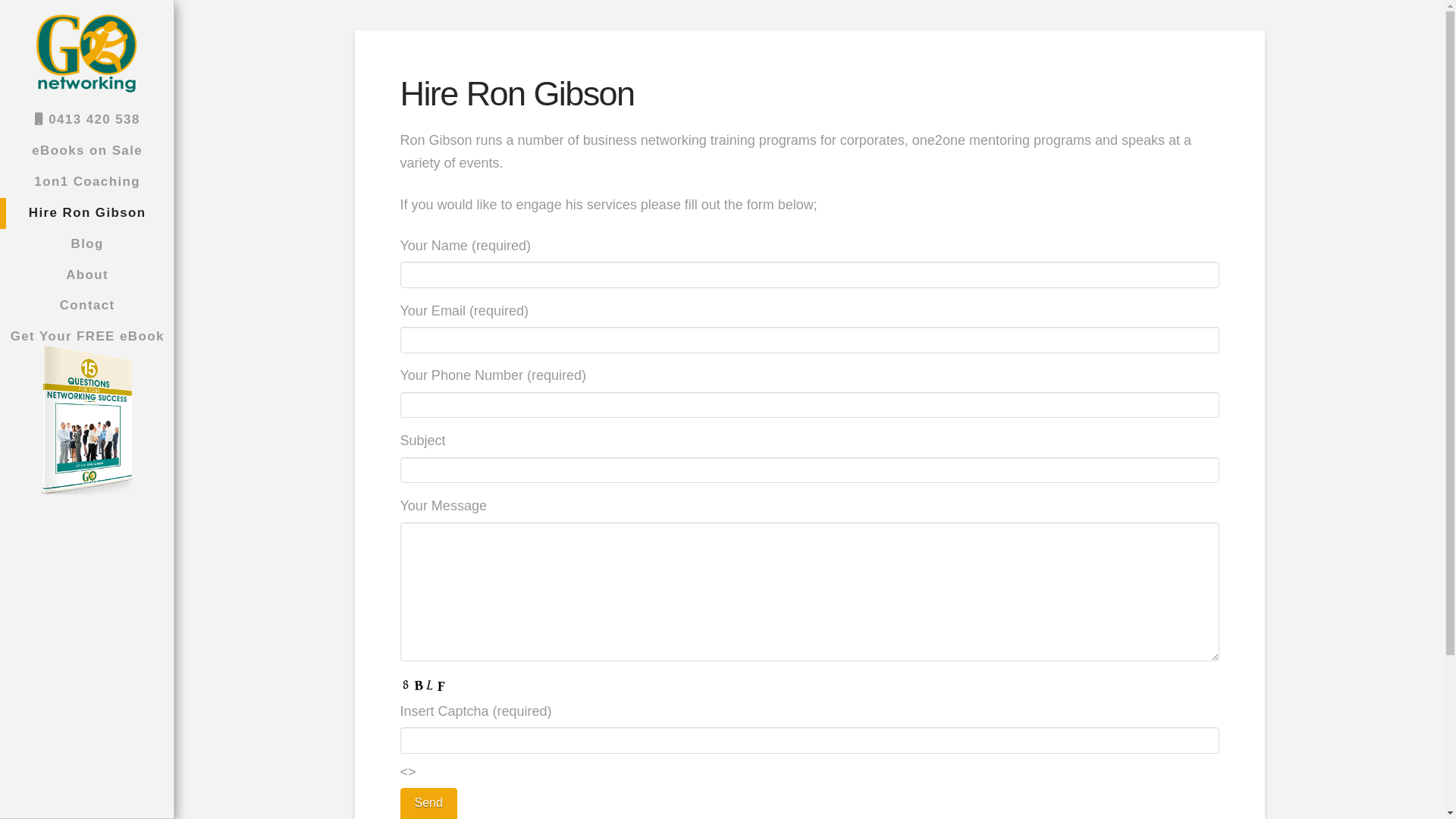 This screenshot has width=1456, height=819. I want to click on '1on1 Coaching', so click(0, 181).